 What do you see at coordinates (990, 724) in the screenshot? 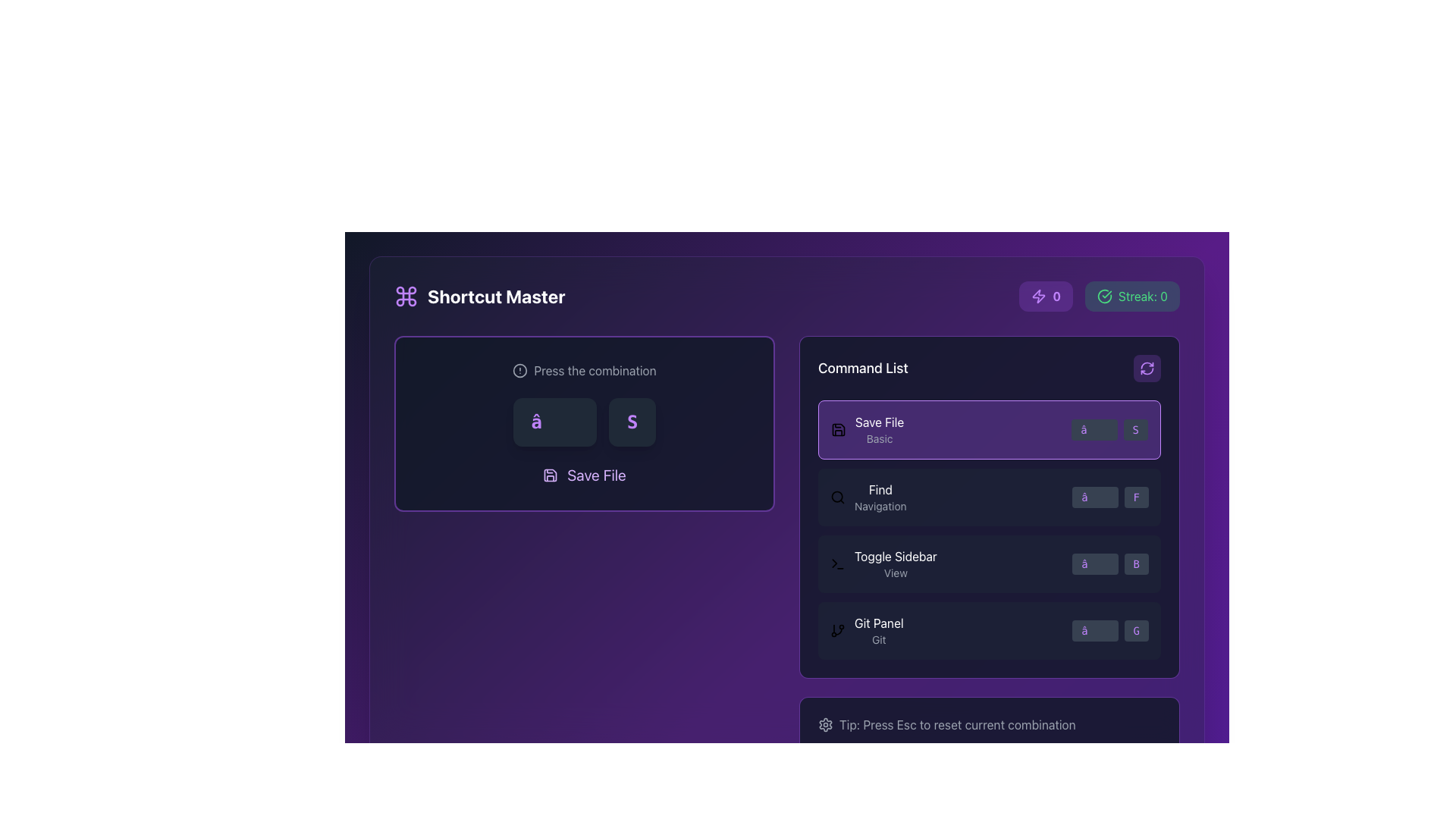
I see `the text label component displaying 'Tip: Press Esc to reset current combination', which is located at the bottom-center of the interface and is accompanied by a gear icon` at bounding box center [990, 724].